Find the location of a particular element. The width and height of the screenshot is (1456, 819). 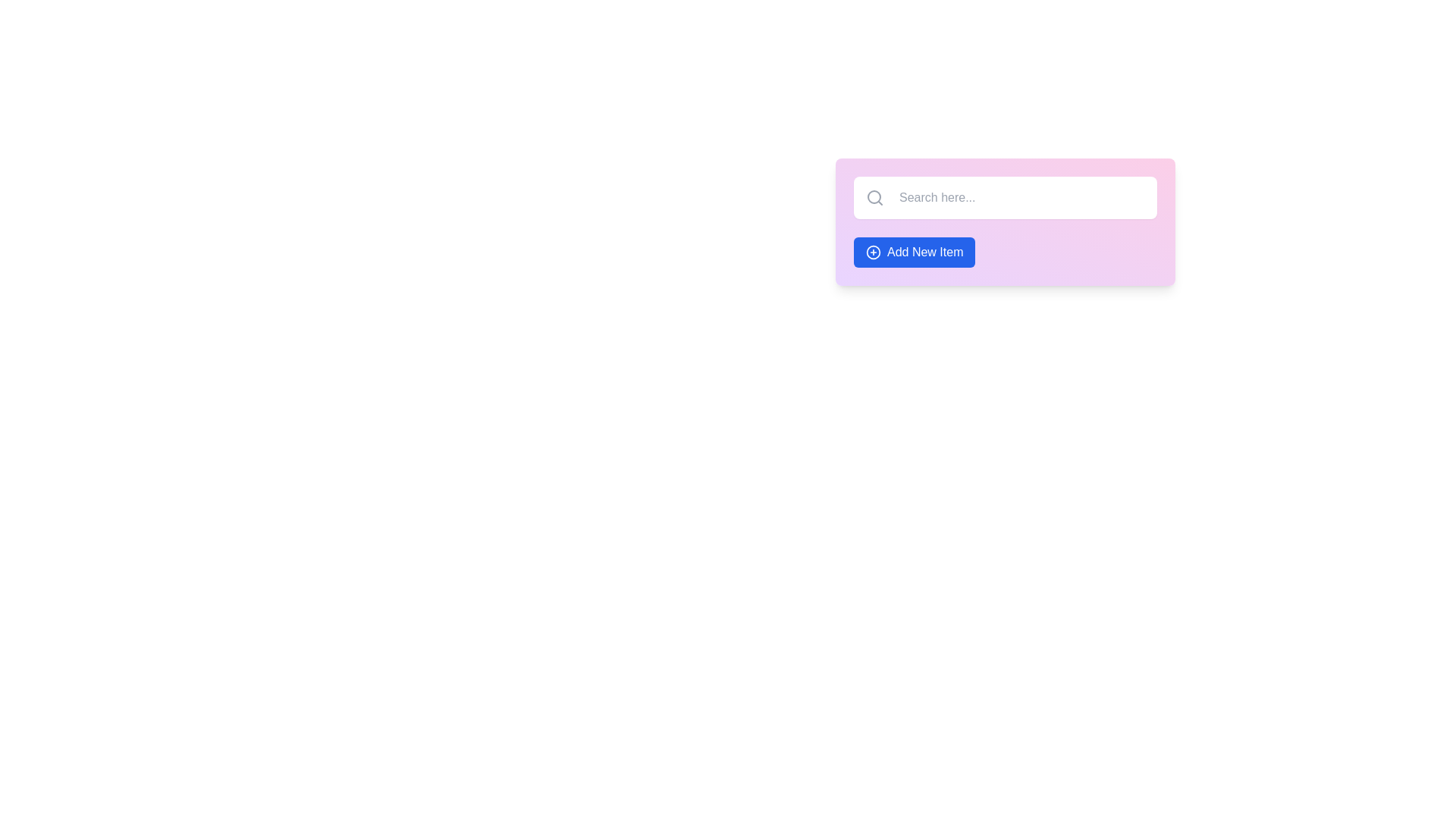

the circular graphical component of the search icon located towards the left end of the search bar is located at coordinates (874, 196).